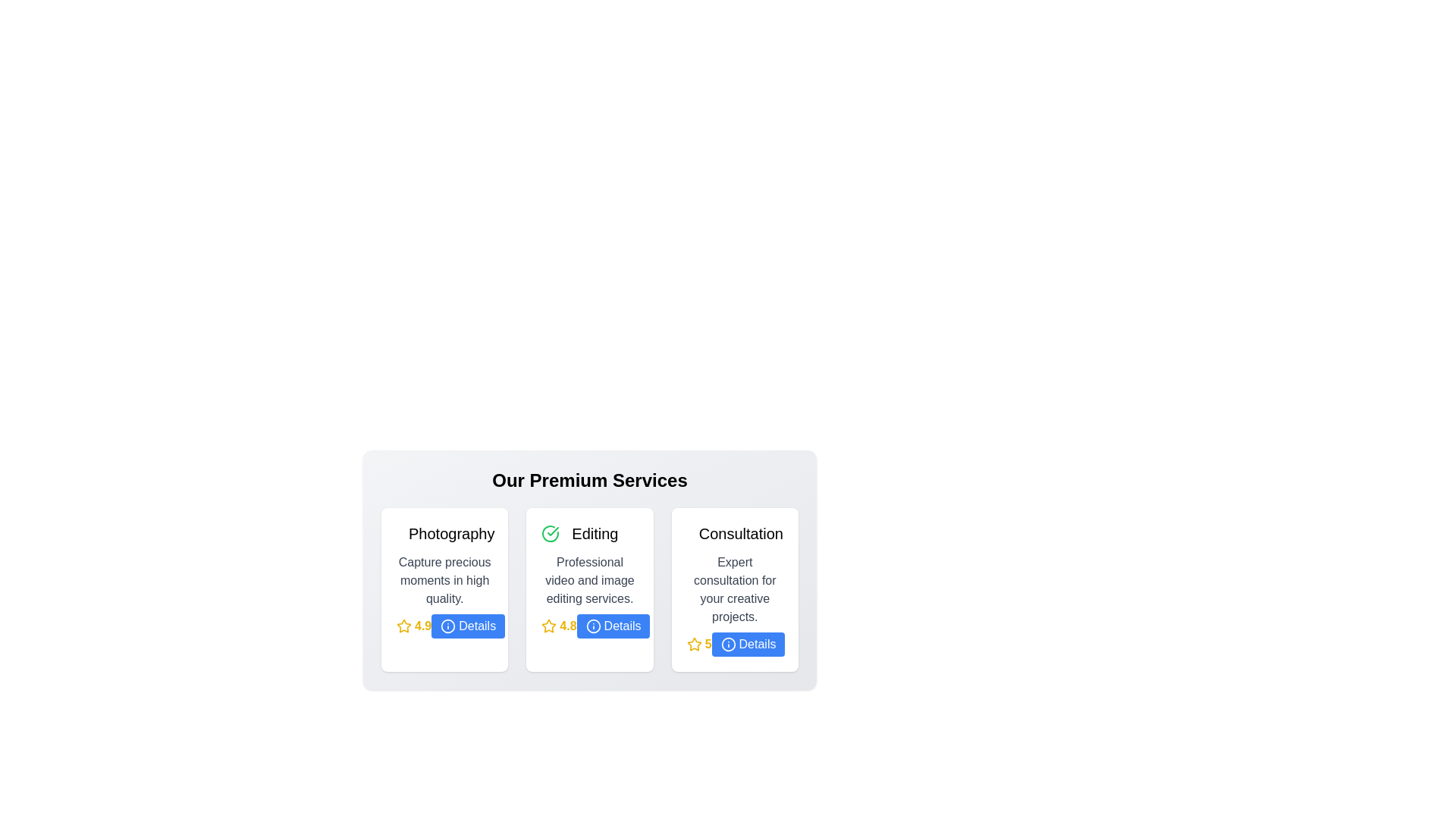  What do you see at coordinates (588, 589) in the screenshot?
I see `the service card for Editing to observe the hover effect` at bounding box center [588, 589].